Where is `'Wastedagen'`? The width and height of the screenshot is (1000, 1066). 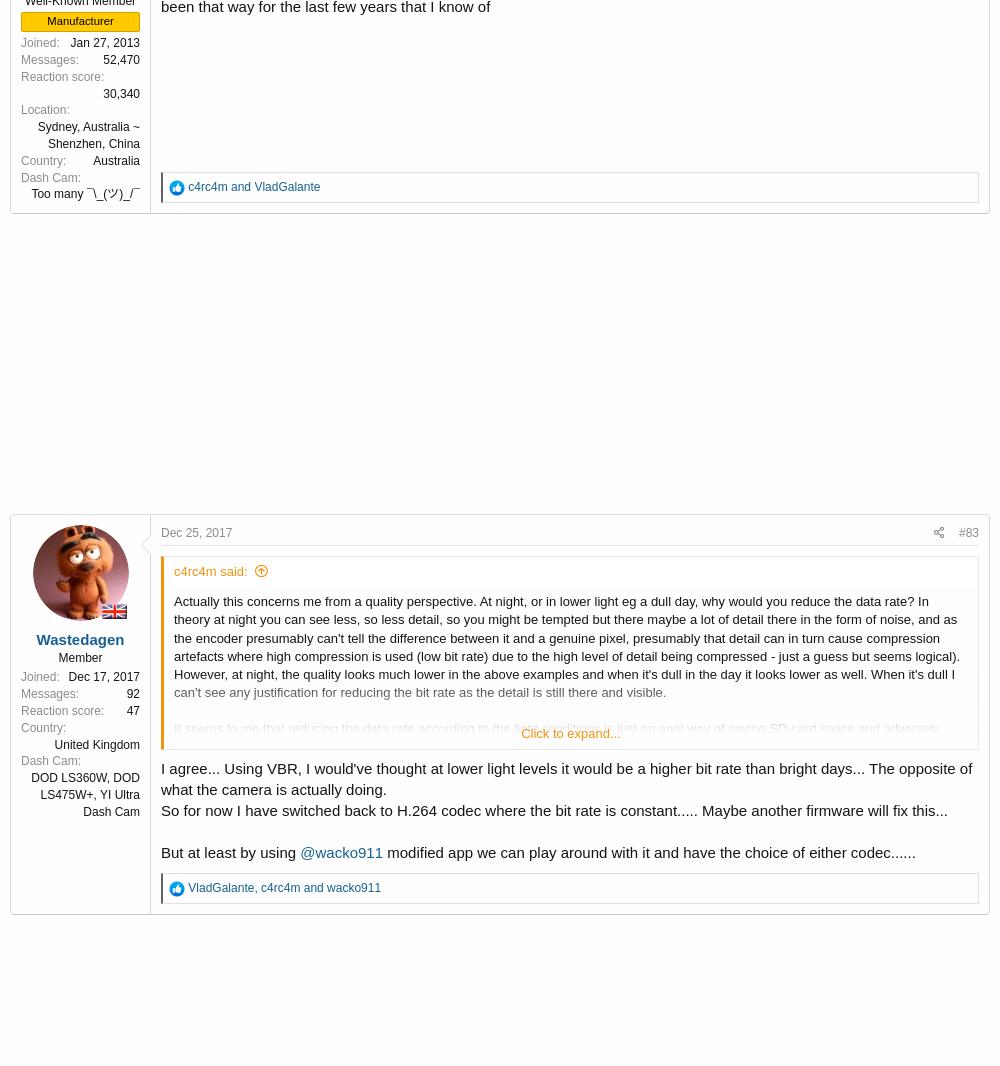
'Wastedagen' is located at coordinates (36, 637).